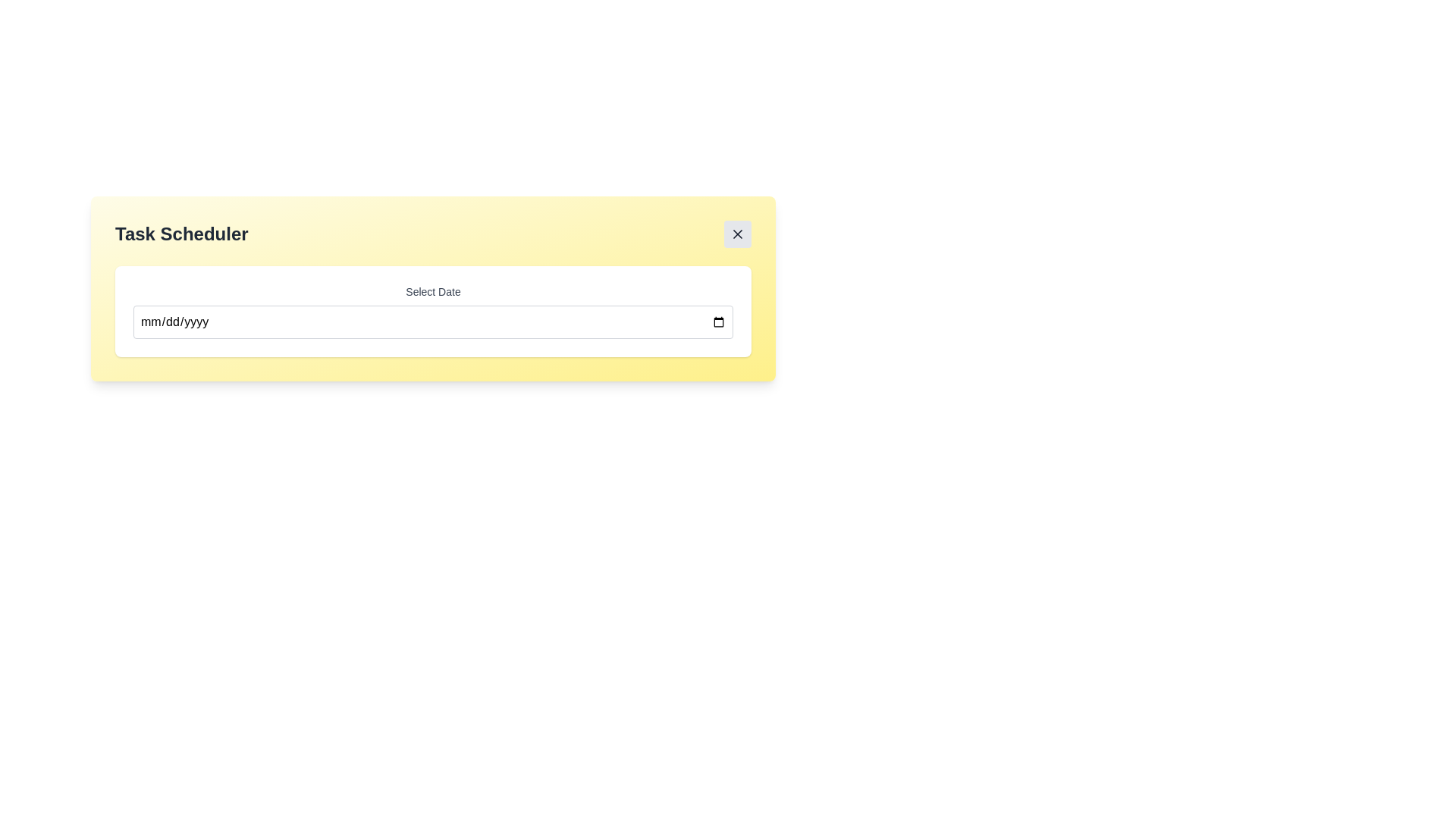 This screenshot has height=819, width=1456. Describe the element at coordinates (738, 234) in the screenshot. I see `the 'X' icon button located in the top-right corner of the yellow 'Task Scheduler' card to trigger its hover effect` at that location.